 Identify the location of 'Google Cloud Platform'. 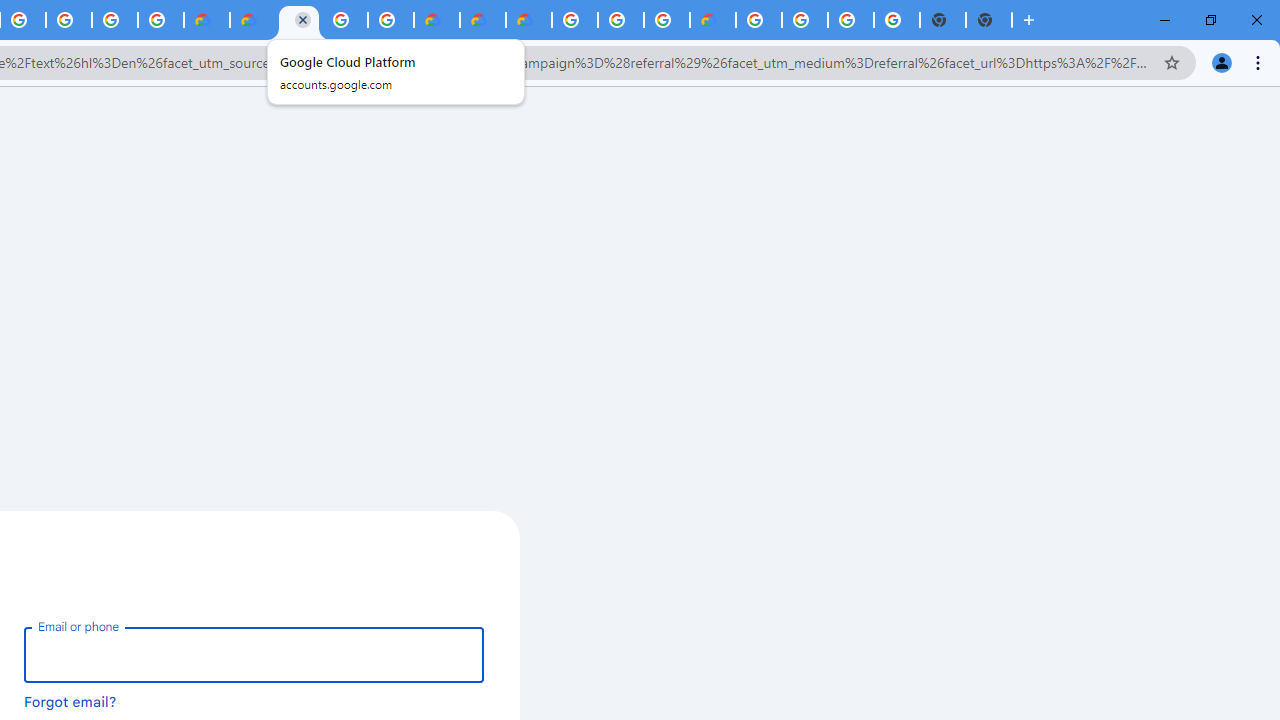
(345, 20).